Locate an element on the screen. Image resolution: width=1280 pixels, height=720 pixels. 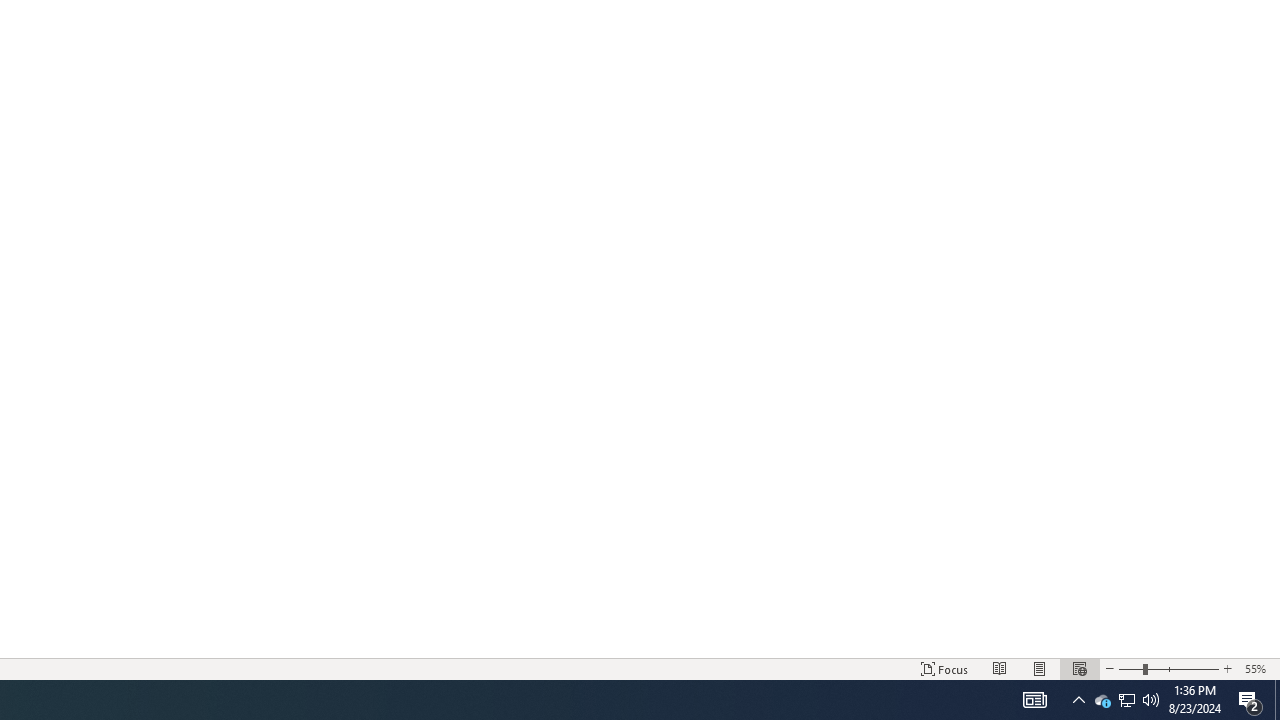
'Focus ' is located at coordinates (943, 669).